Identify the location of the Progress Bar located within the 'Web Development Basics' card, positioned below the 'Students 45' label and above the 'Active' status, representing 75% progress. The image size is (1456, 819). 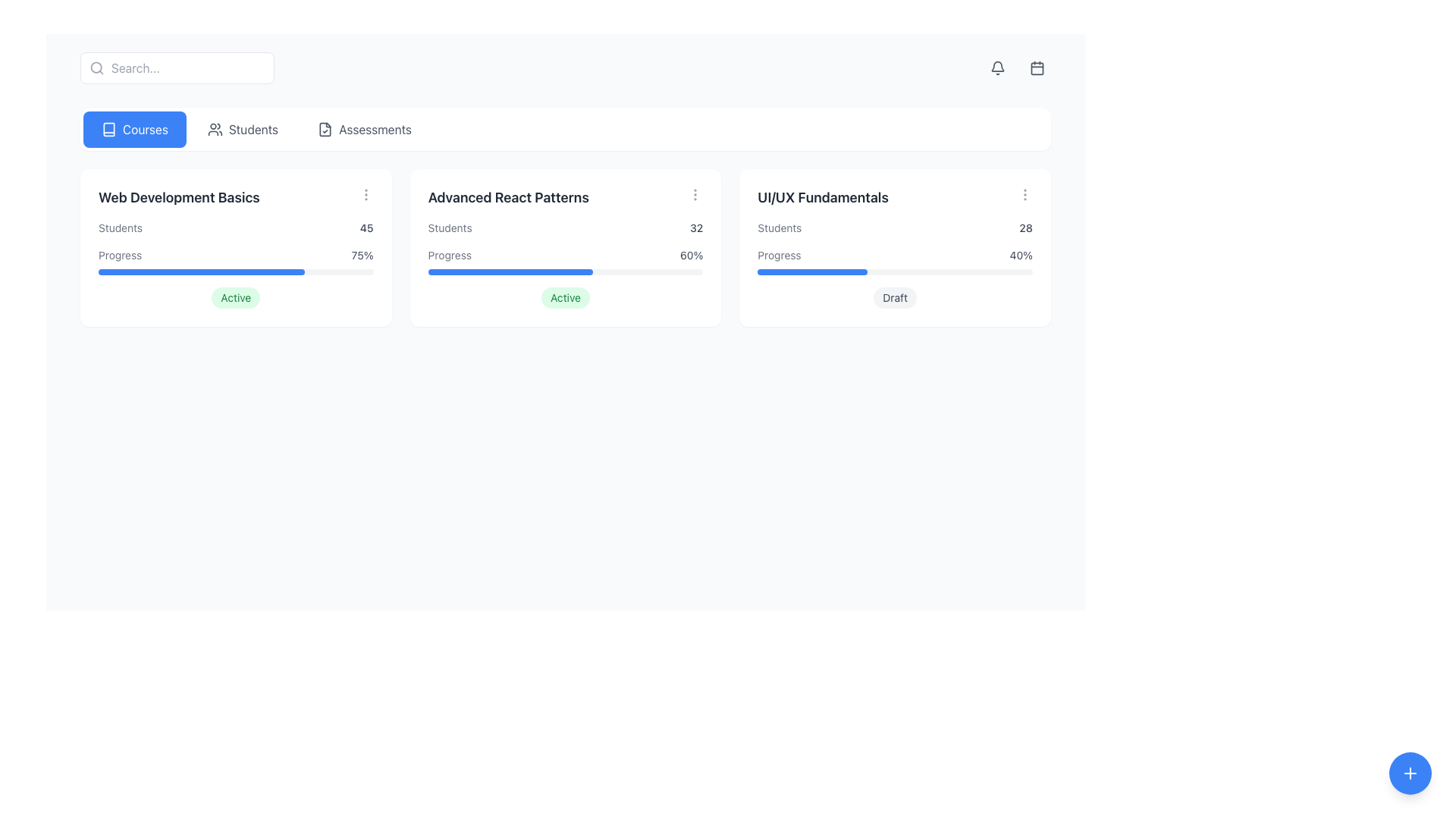
(235, 260).